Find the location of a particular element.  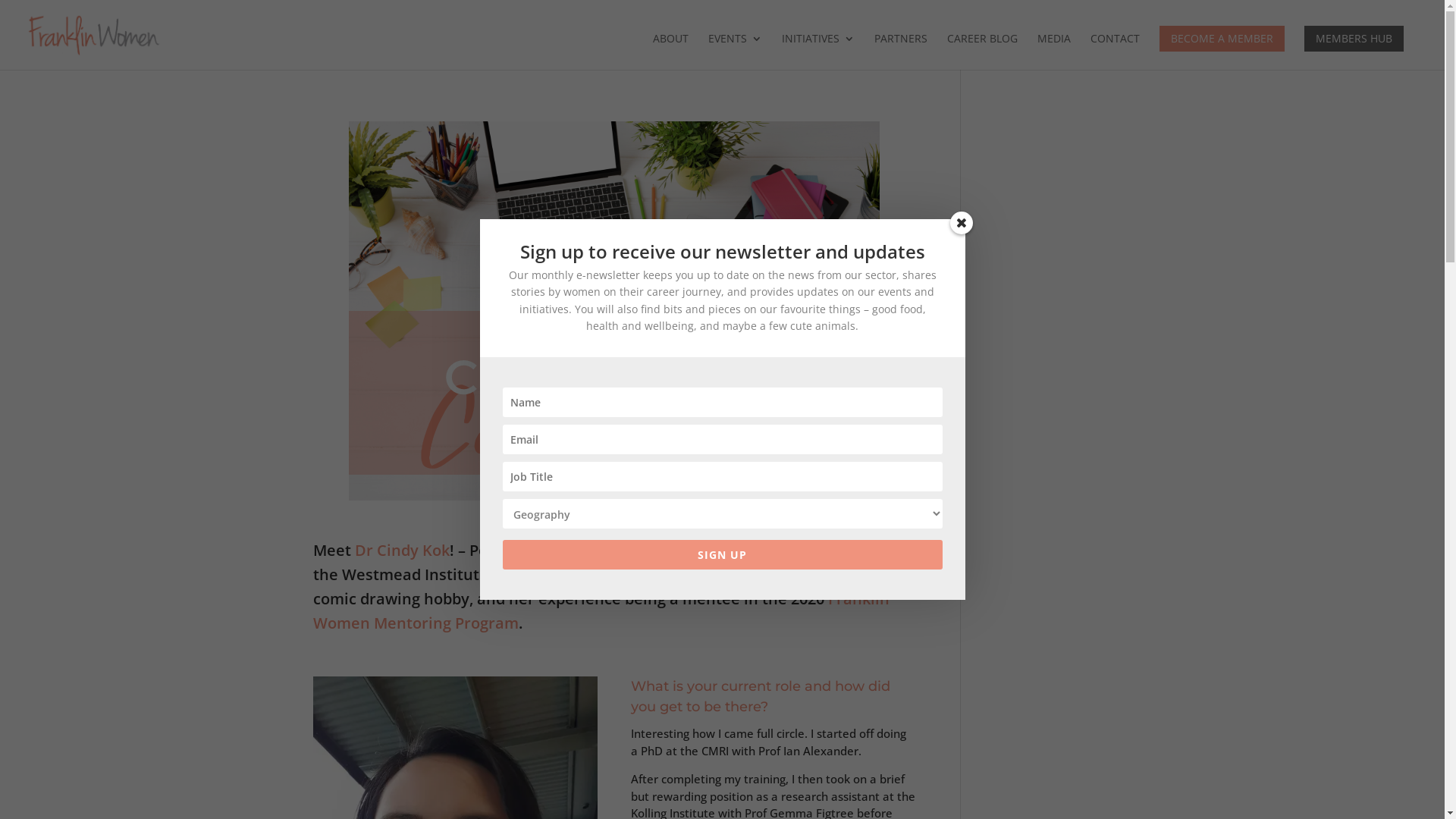

'EVENTS' is located at coordinates (735, 51).